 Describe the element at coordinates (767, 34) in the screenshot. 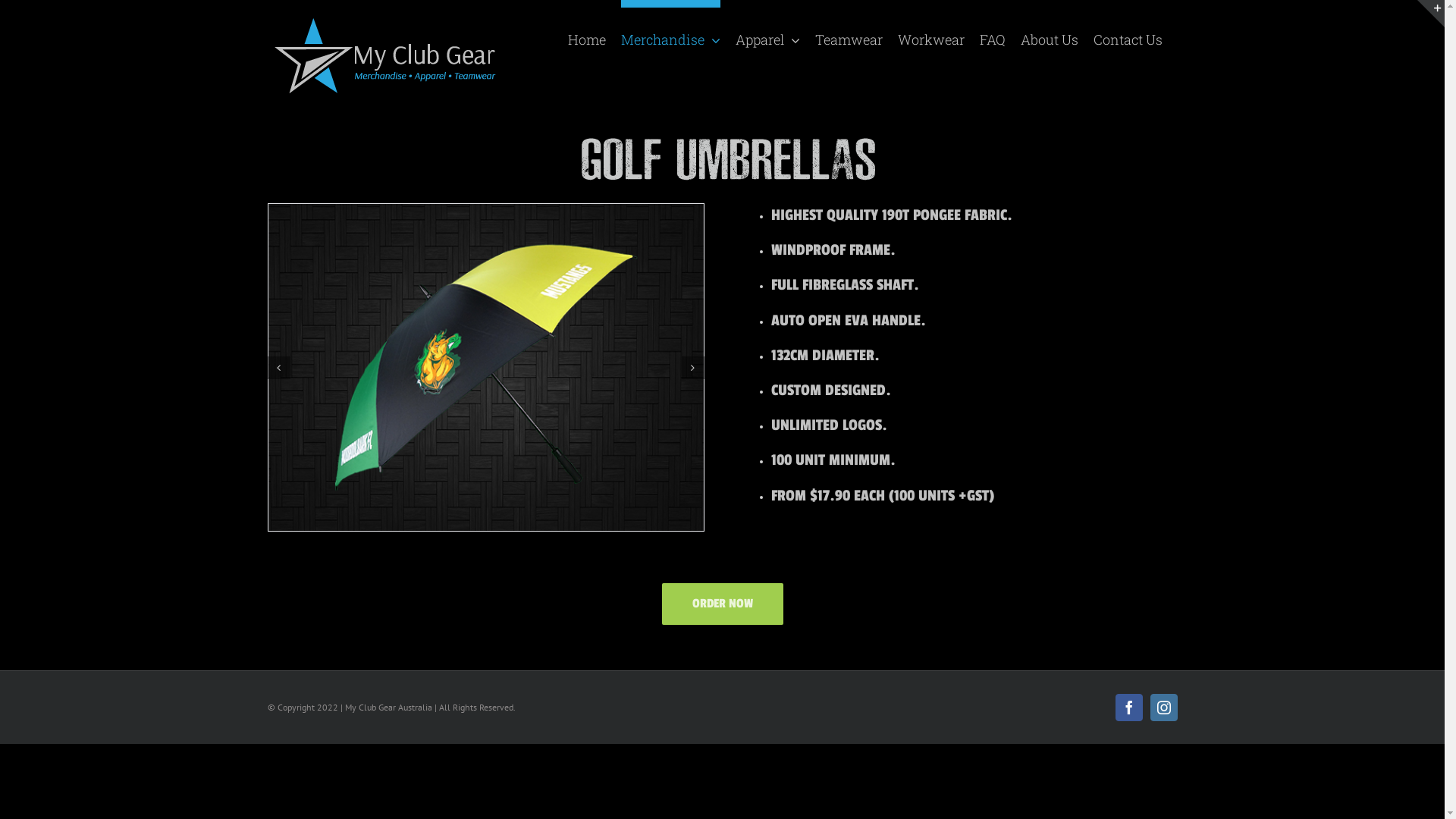

I see `'Apparel'` at that location.